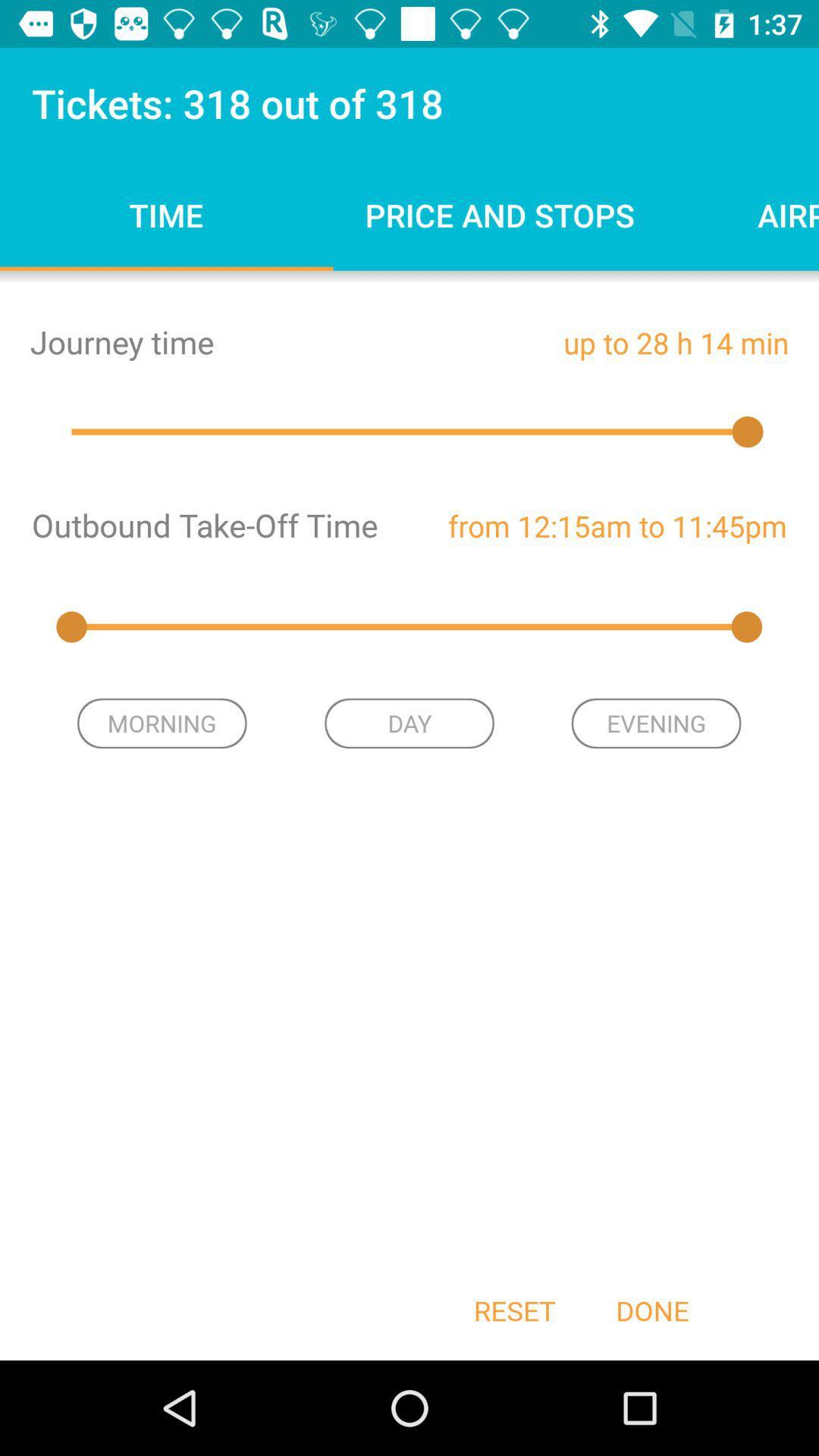 Image resolution: width=819 pixels, height=1456 pixels. I want to click on item next to the morning item, so click(409, 723).